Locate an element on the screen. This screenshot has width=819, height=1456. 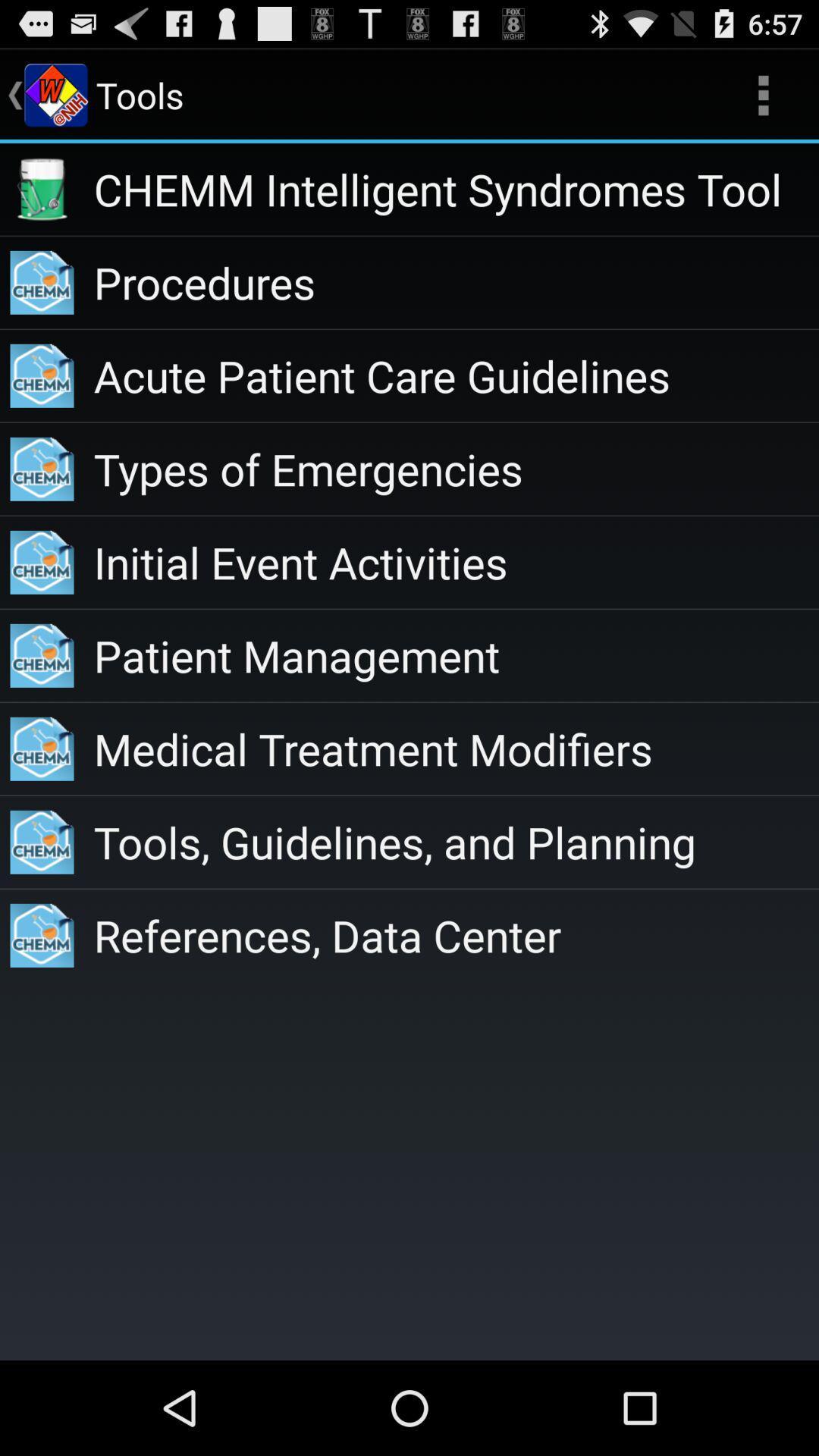
the icon below tools guidelines and icon is located at coordinates (455, 934).